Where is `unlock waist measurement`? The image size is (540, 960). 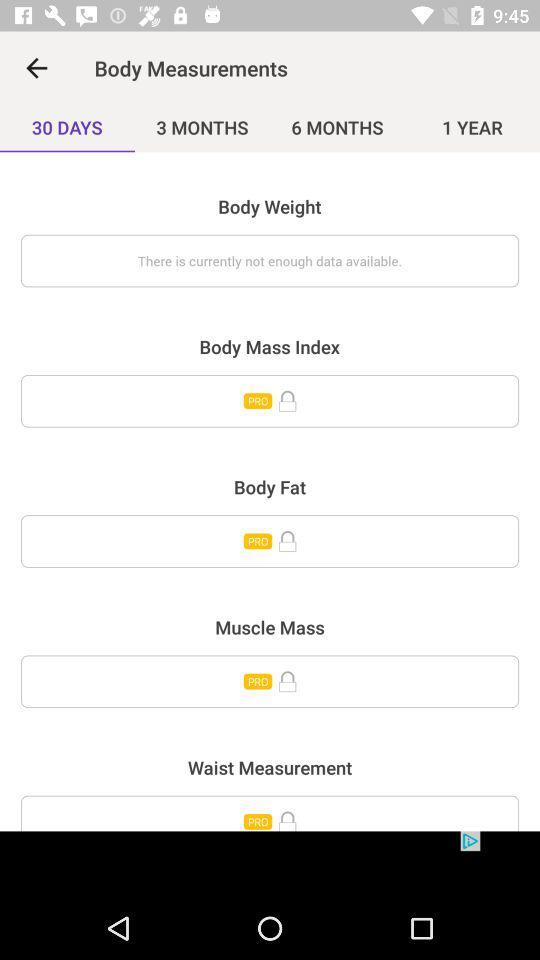
unlock waist measurement is located at coordinates (270, 813).